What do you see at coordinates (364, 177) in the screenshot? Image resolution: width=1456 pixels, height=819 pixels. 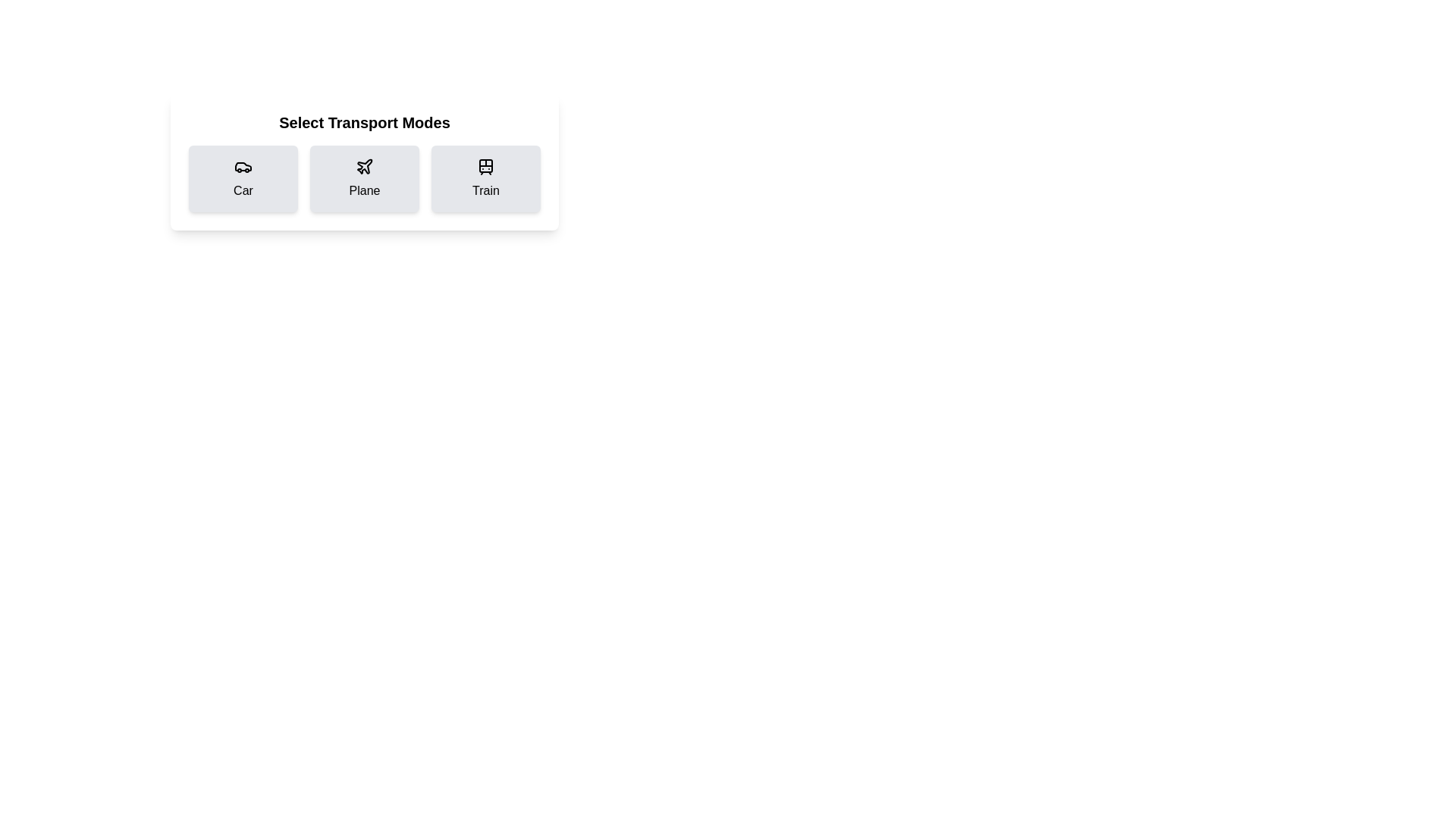 I see `the Plane card to observe the hover effect` at bounding box center [364, 177].